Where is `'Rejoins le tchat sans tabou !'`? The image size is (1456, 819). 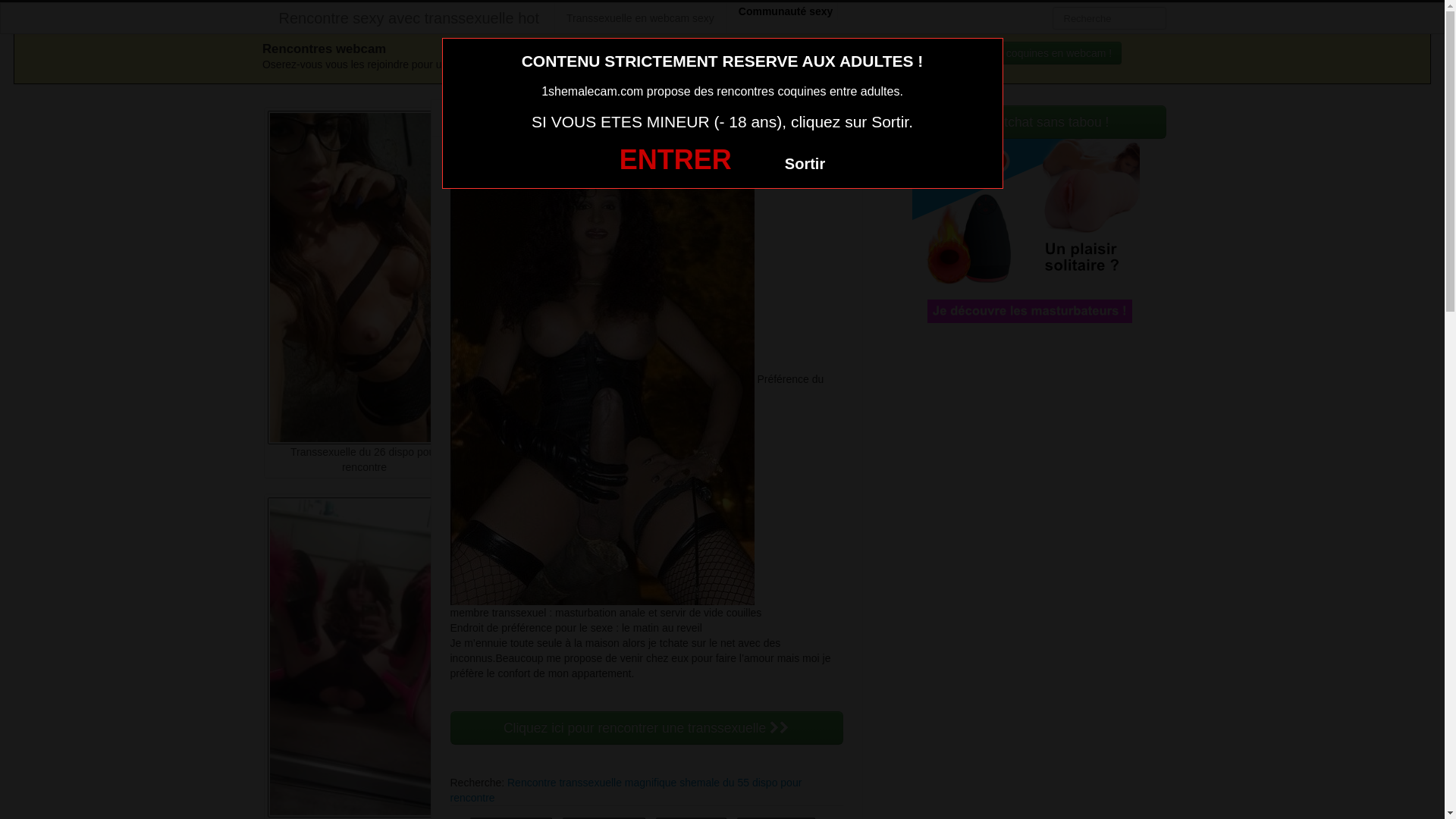 'Rejoins le tchat sans tabou !' is located at coordinates (1026, 121).